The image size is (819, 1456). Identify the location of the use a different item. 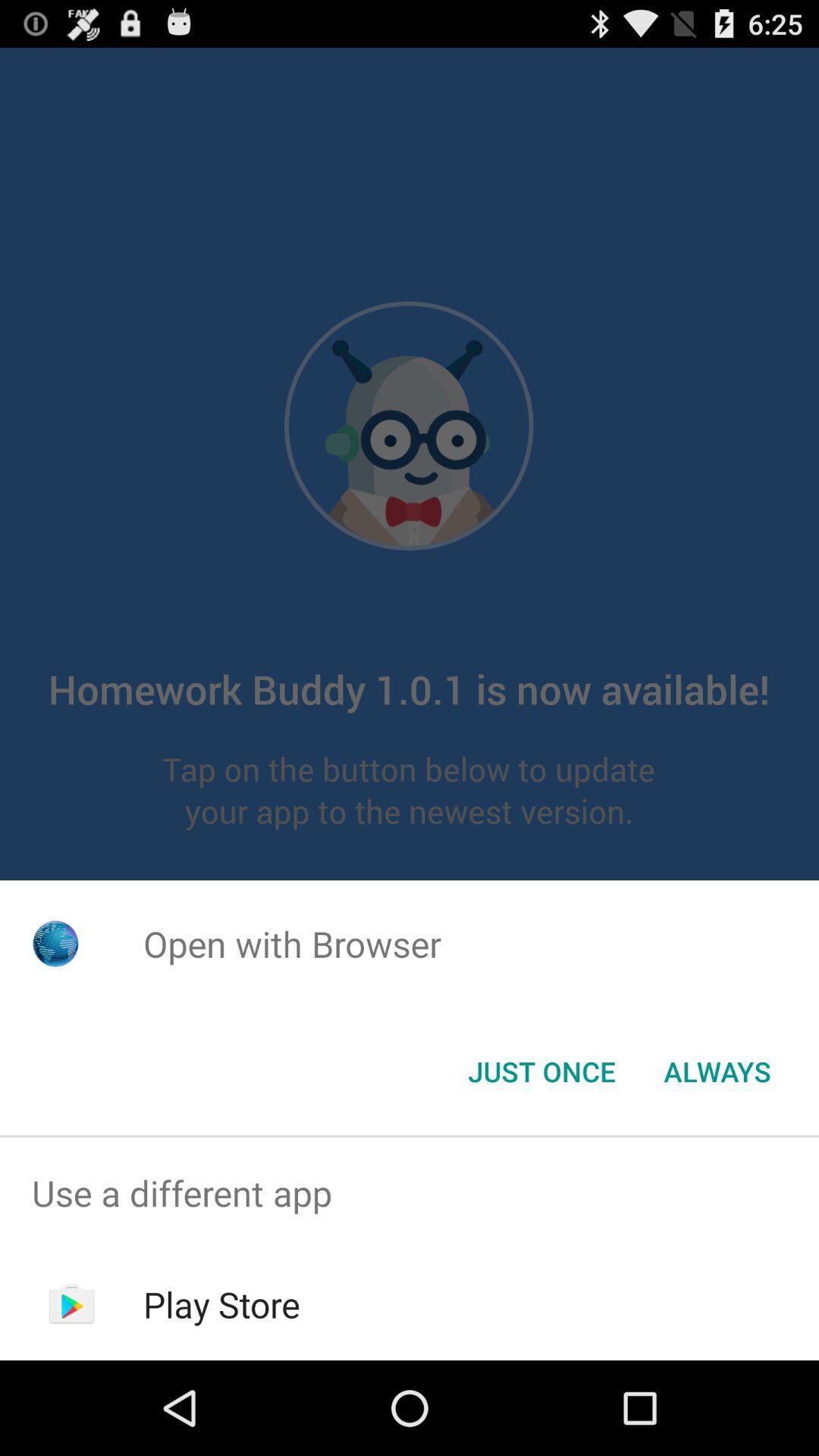
(409, 1192).